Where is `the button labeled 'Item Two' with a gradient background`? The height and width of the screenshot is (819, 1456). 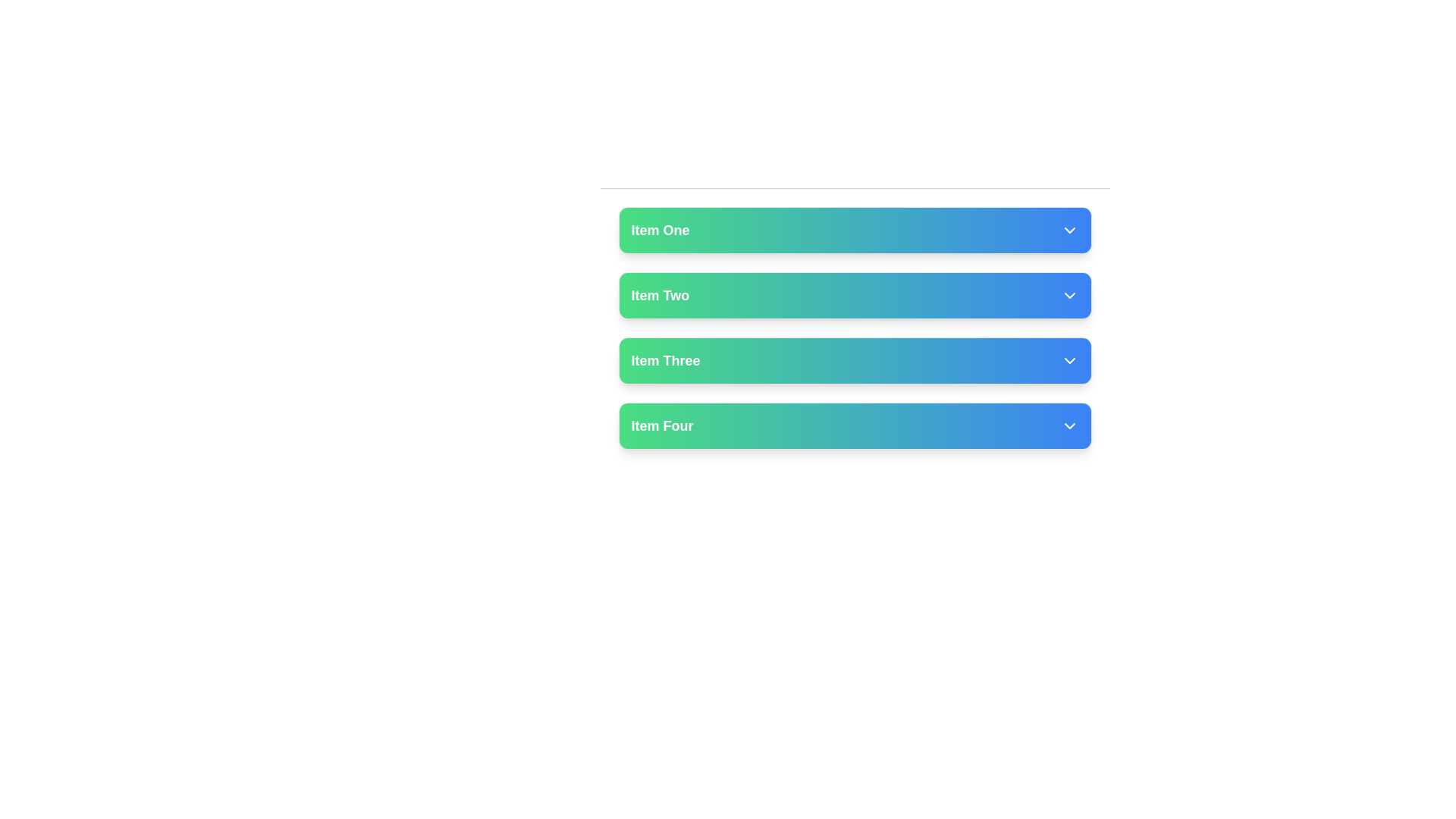
the button labeled 'Item Two' with a gradient background is located at coordinates (855, 295).